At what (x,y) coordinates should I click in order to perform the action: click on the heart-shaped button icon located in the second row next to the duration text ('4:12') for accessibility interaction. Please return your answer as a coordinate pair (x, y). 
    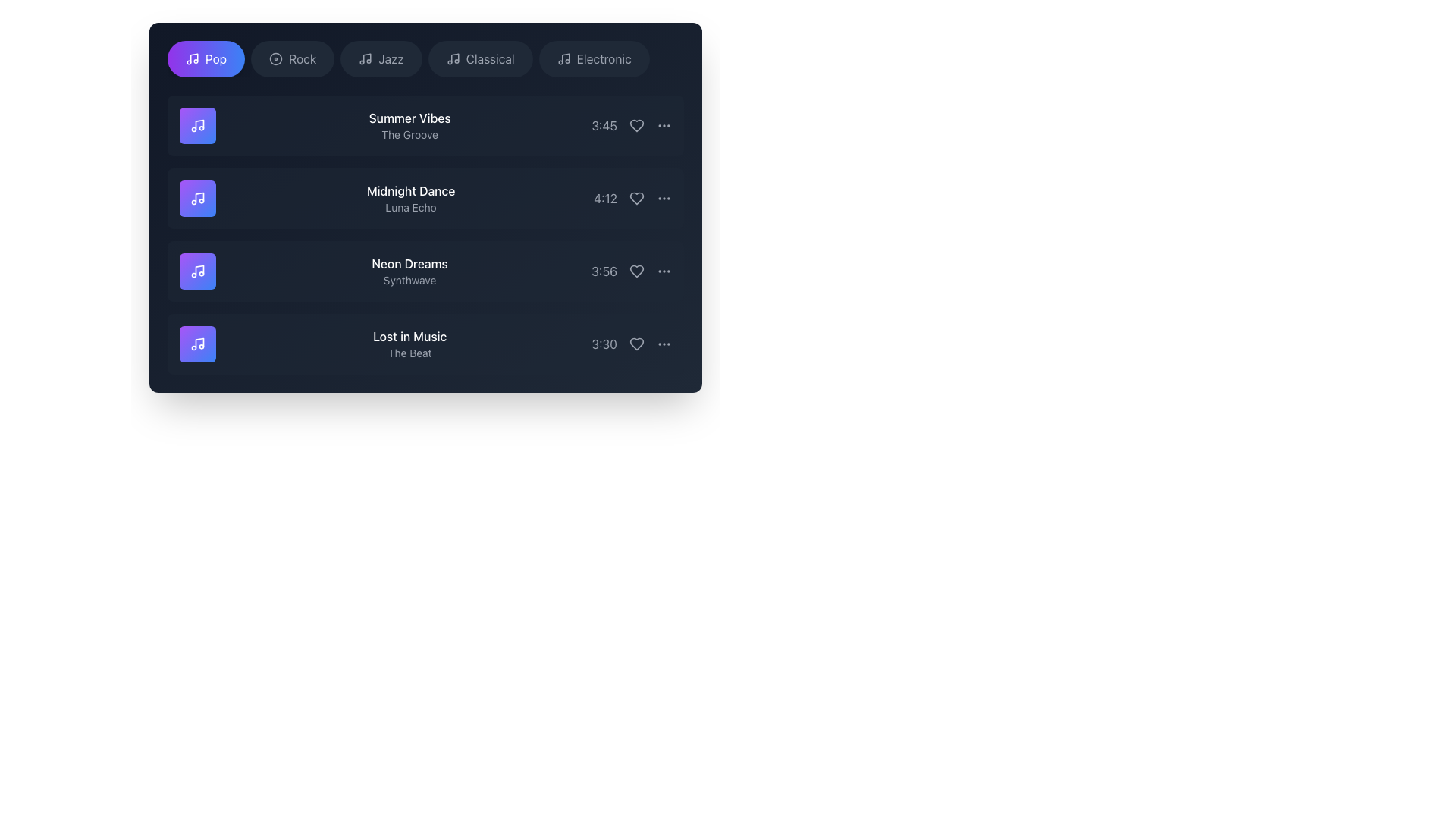
    Looking at the image, I should click on (637, 198).